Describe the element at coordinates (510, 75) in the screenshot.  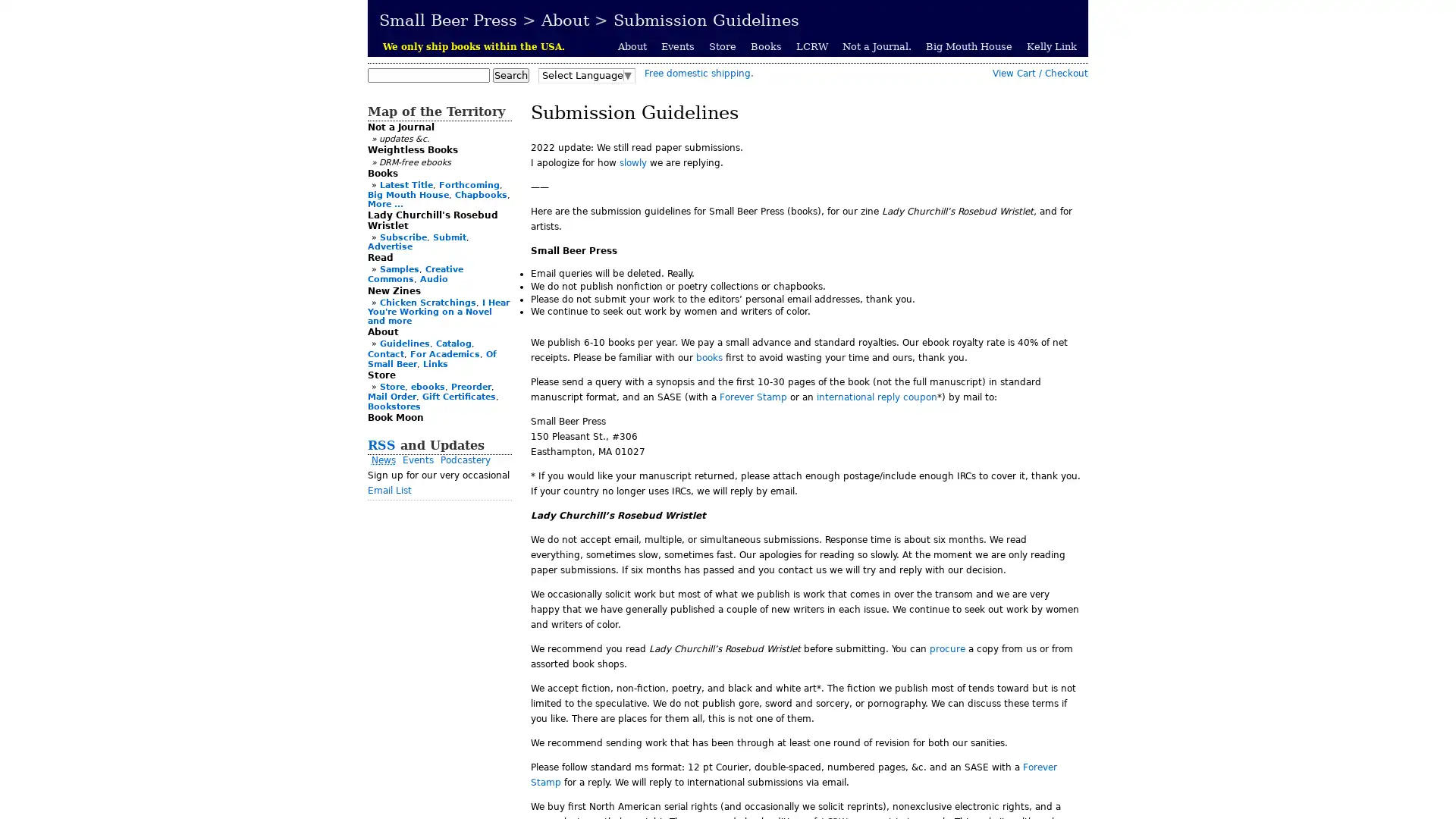
I see `Search` at that location.